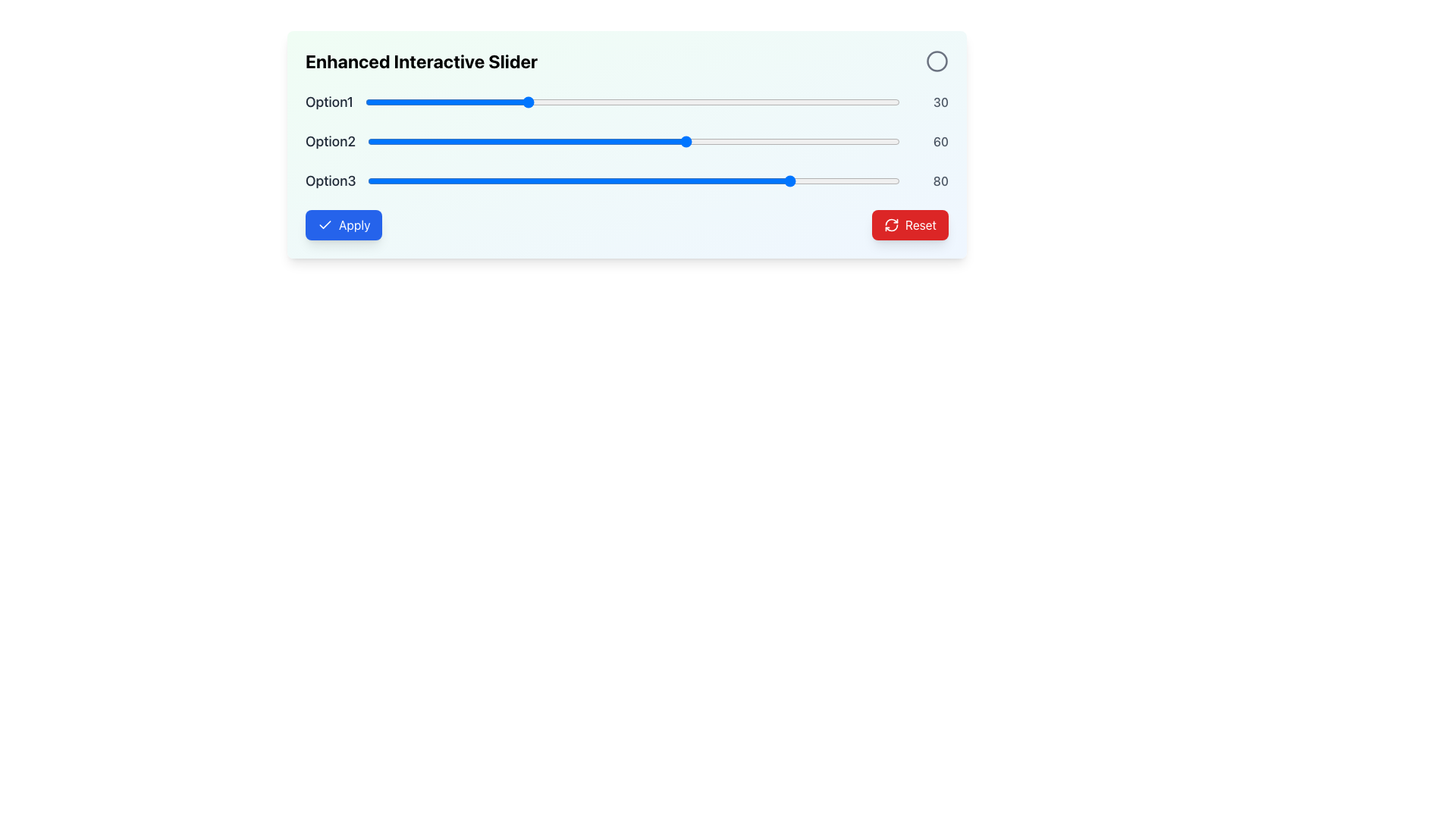  What do you see at coordinates (373, 141) in the screenshot?
I see `slider` at bounding box center [373, 141].